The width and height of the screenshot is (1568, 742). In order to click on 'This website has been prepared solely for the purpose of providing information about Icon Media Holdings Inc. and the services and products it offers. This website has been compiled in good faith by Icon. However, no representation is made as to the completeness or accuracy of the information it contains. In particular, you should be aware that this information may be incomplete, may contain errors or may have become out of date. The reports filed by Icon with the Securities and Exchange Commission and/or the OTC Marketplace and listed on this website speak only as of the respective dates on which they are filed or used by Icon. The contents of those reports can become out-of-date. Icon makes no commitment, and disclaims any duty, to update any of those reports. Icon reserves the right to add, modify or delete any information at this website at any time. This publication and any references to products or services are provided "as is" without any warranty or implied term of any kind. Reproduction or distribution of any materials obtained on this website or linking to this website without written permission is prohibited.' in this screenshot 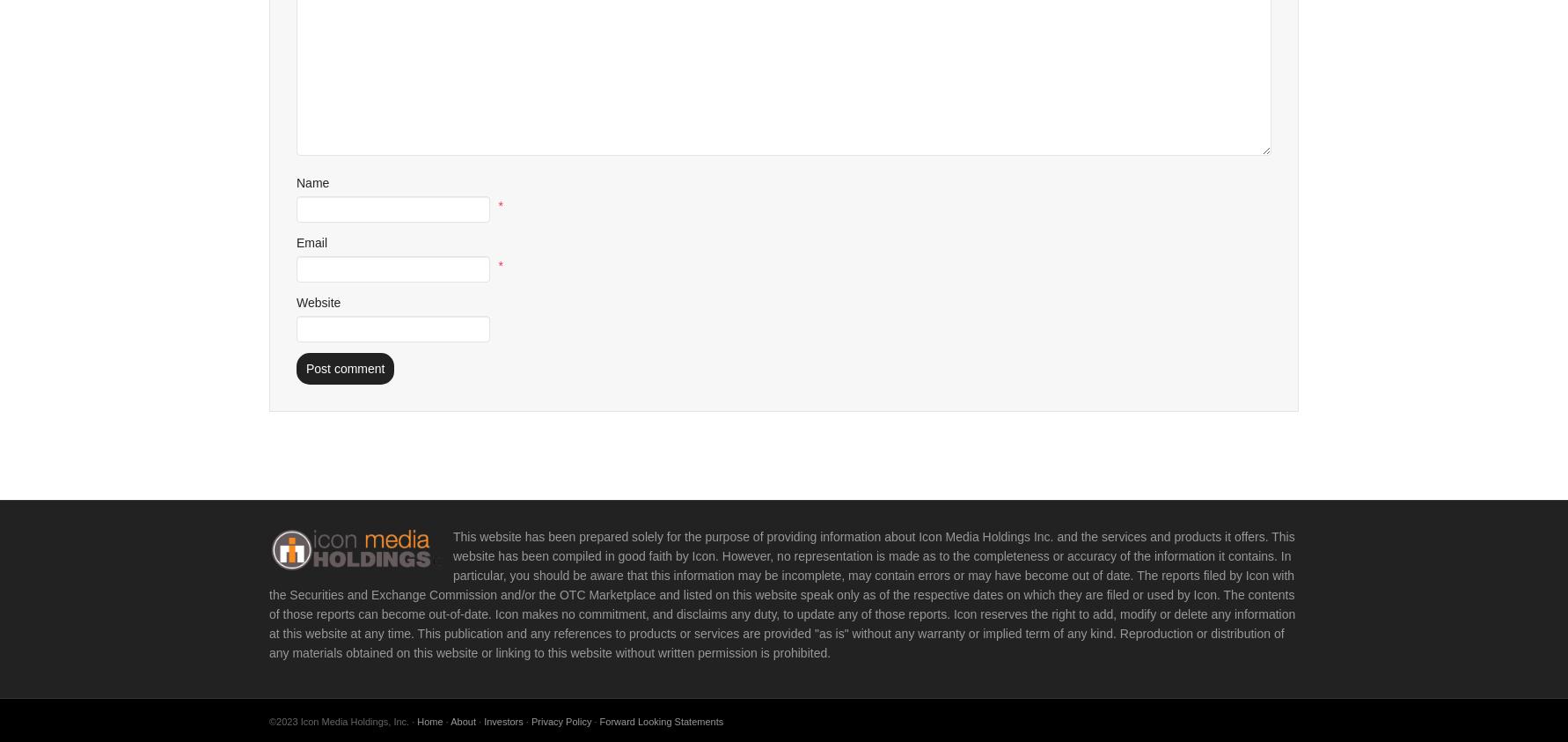, I will do `click(267, 592)`.